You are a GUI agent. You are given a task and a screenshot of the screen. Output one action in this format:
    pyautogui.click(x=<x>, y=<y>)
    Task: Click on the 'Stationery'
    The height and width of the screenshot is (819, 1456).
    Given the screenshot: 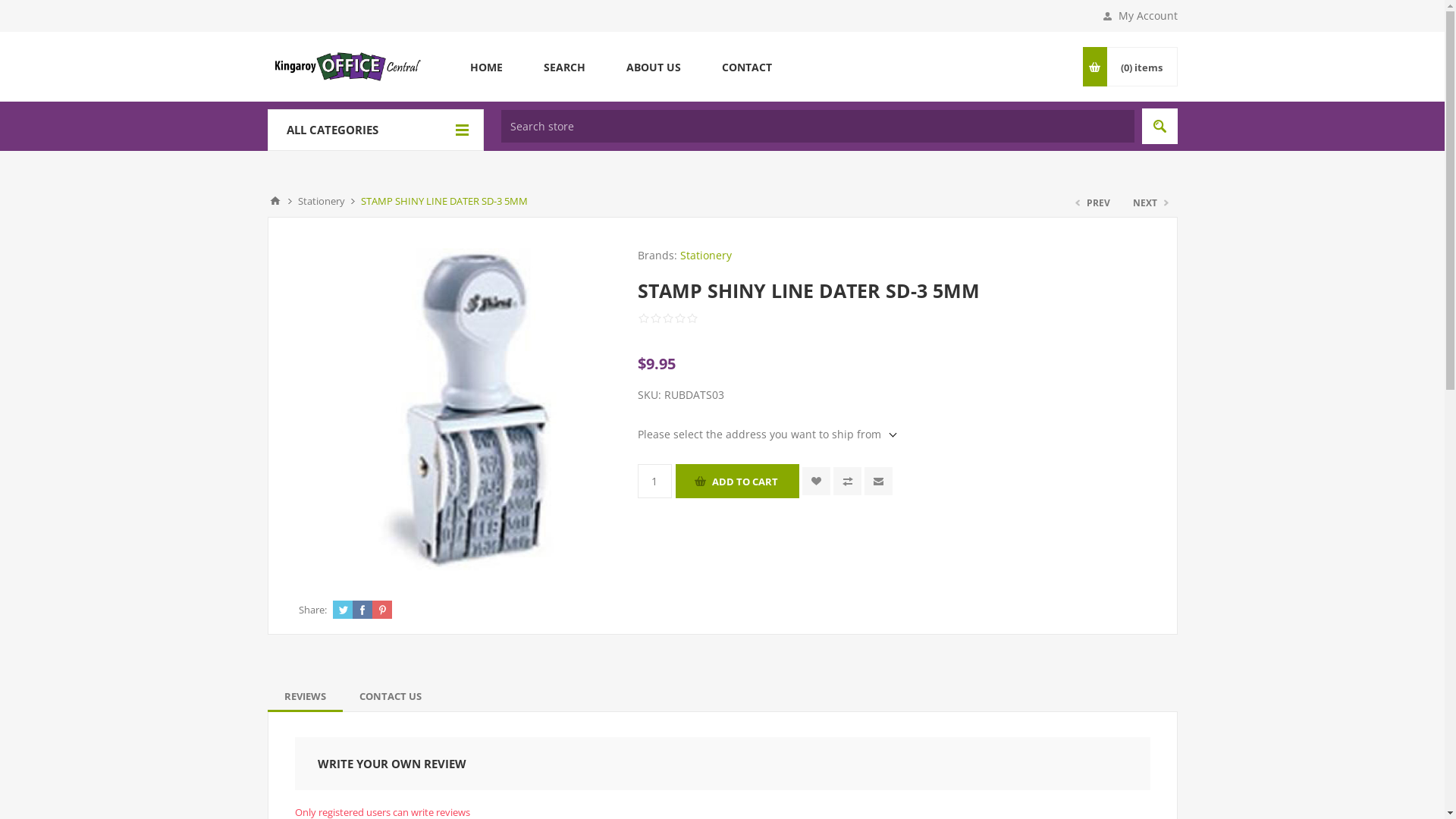 What is the action you would take?
    pyautogui.click(x=319, y=200)
    